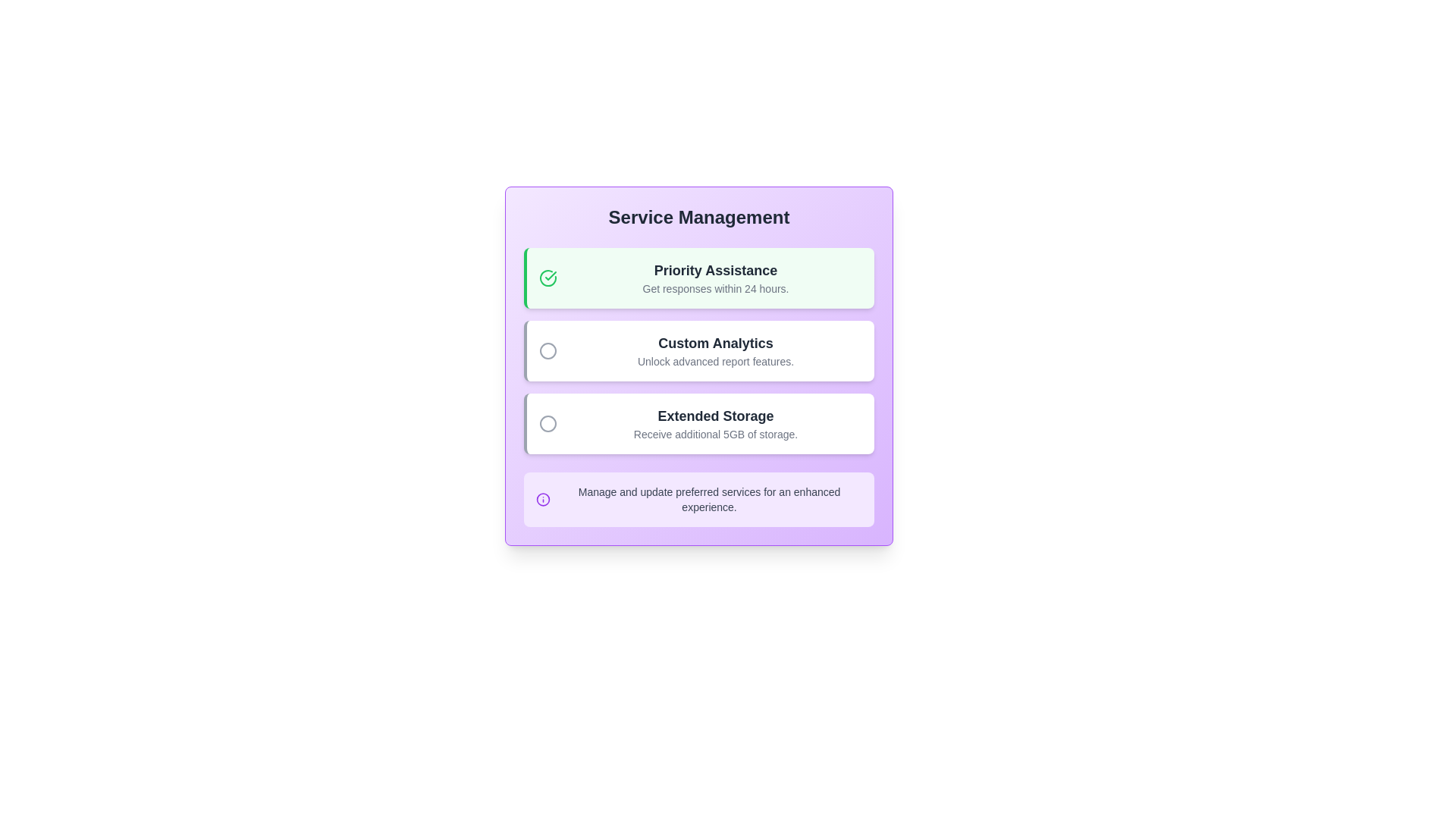 The image size is (1456, 819). I want to click on the text label displaying 'Unlock advanced report features.' located below the 'Custom Analytics' label in the Service Management section, so click(715, 362).